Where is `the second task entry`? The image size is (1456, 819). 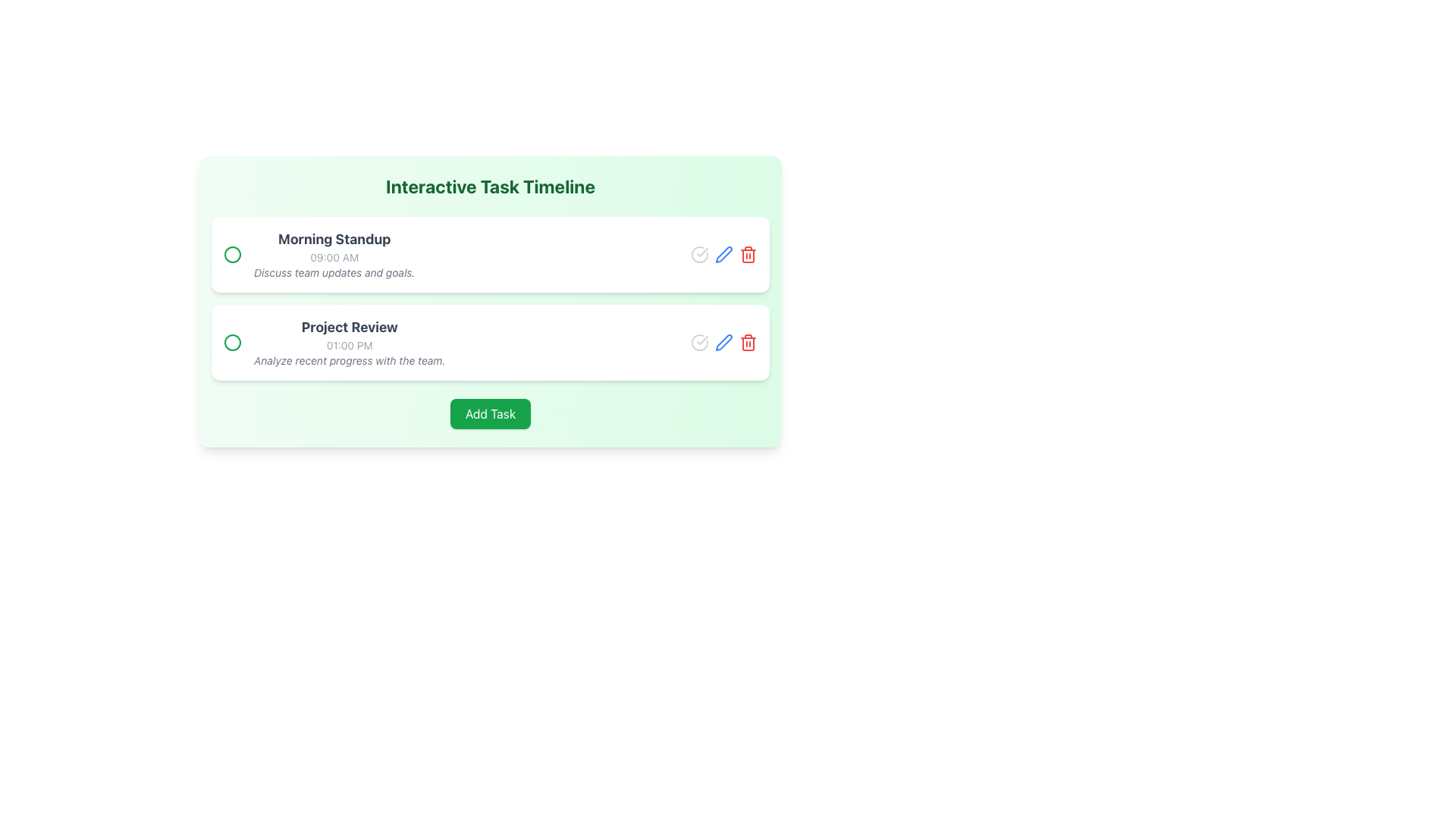 the second task entry is located at coordinates (334, 342).